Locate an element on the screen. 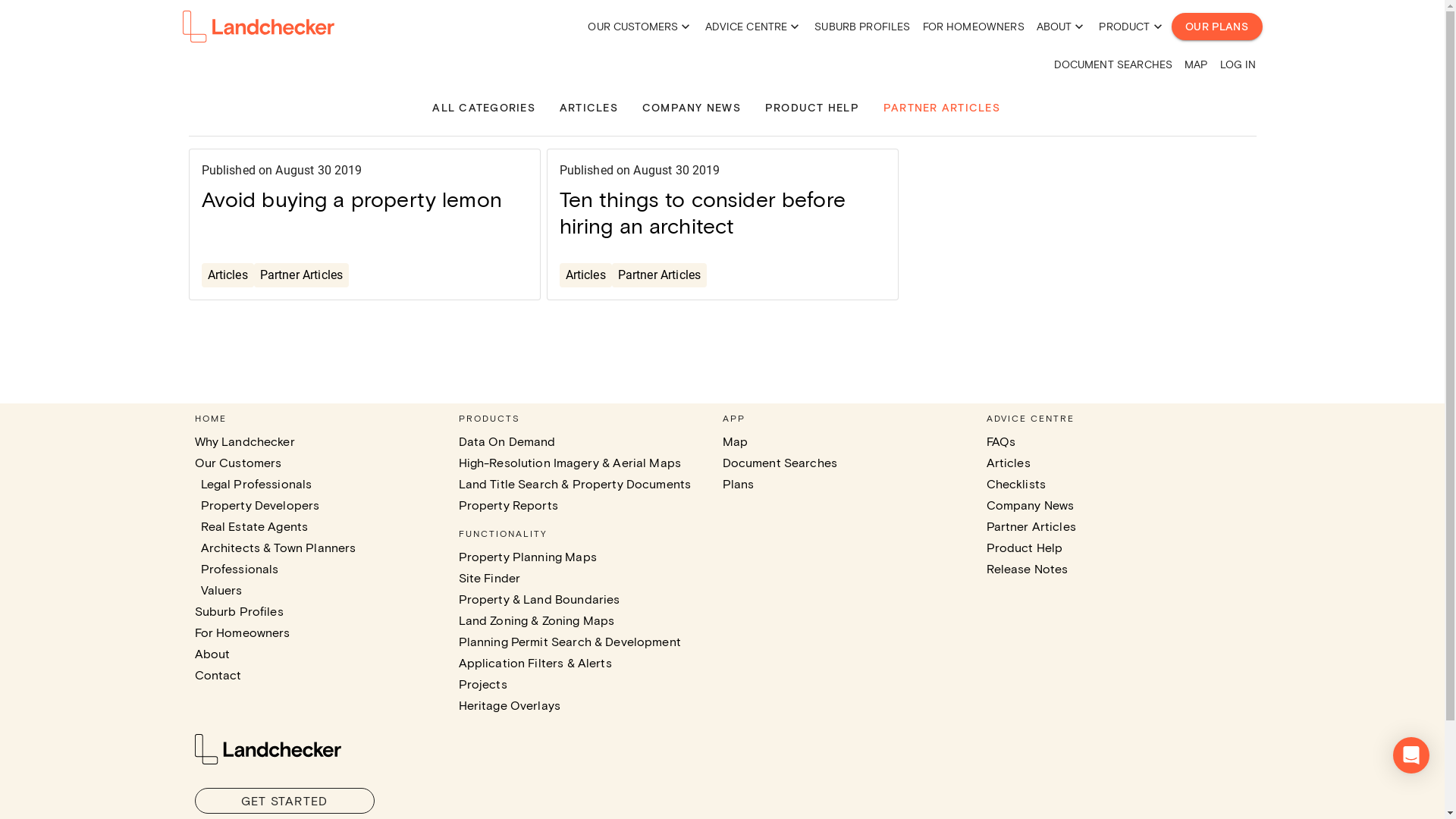 This screenshot has width=1456, height=819. 'Product Help' is located at coordinates (1024, 548).